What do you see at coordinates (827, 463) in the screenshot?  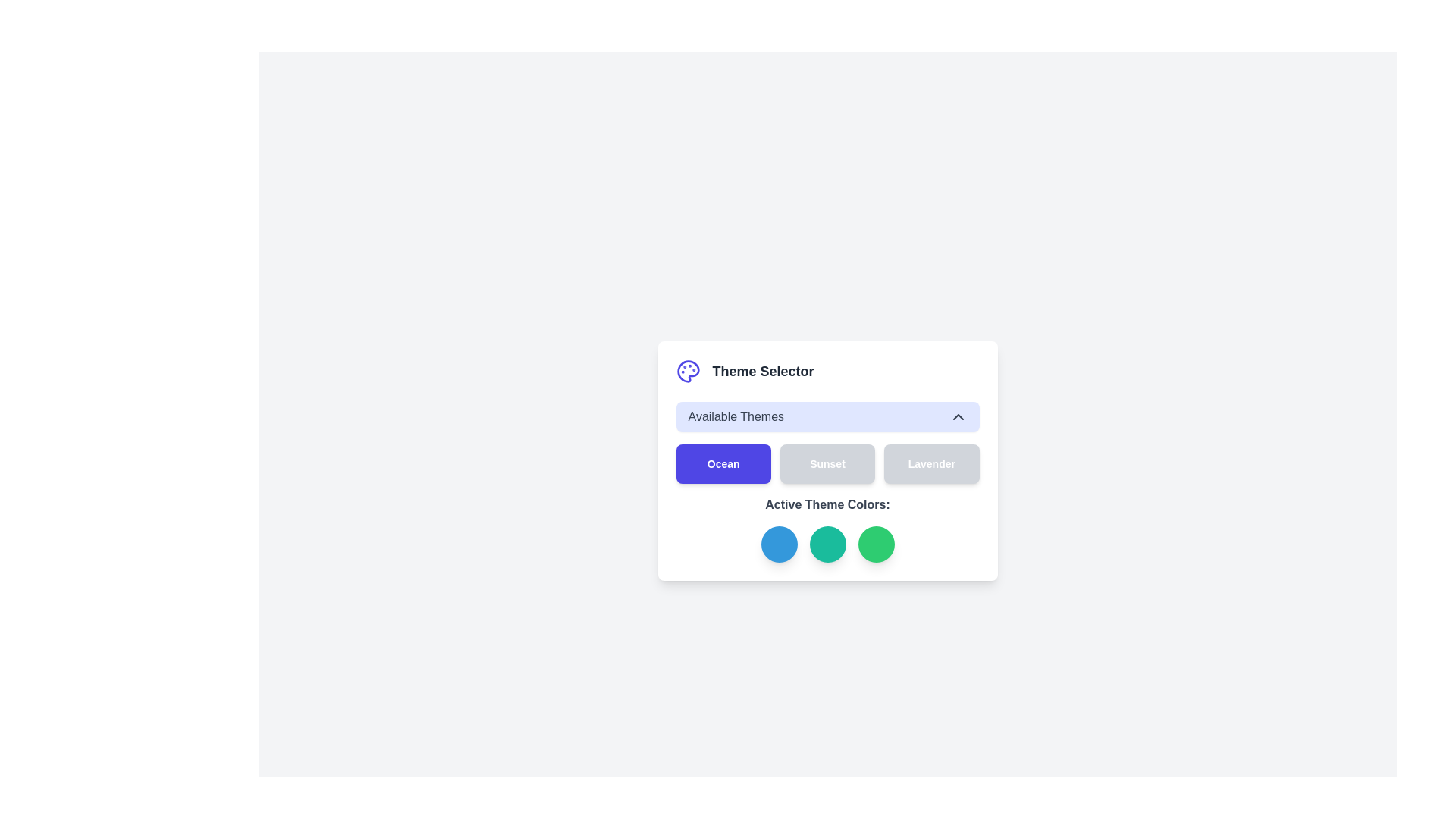 I see `the 'Sunset' button` at bounding box center [827, 463].